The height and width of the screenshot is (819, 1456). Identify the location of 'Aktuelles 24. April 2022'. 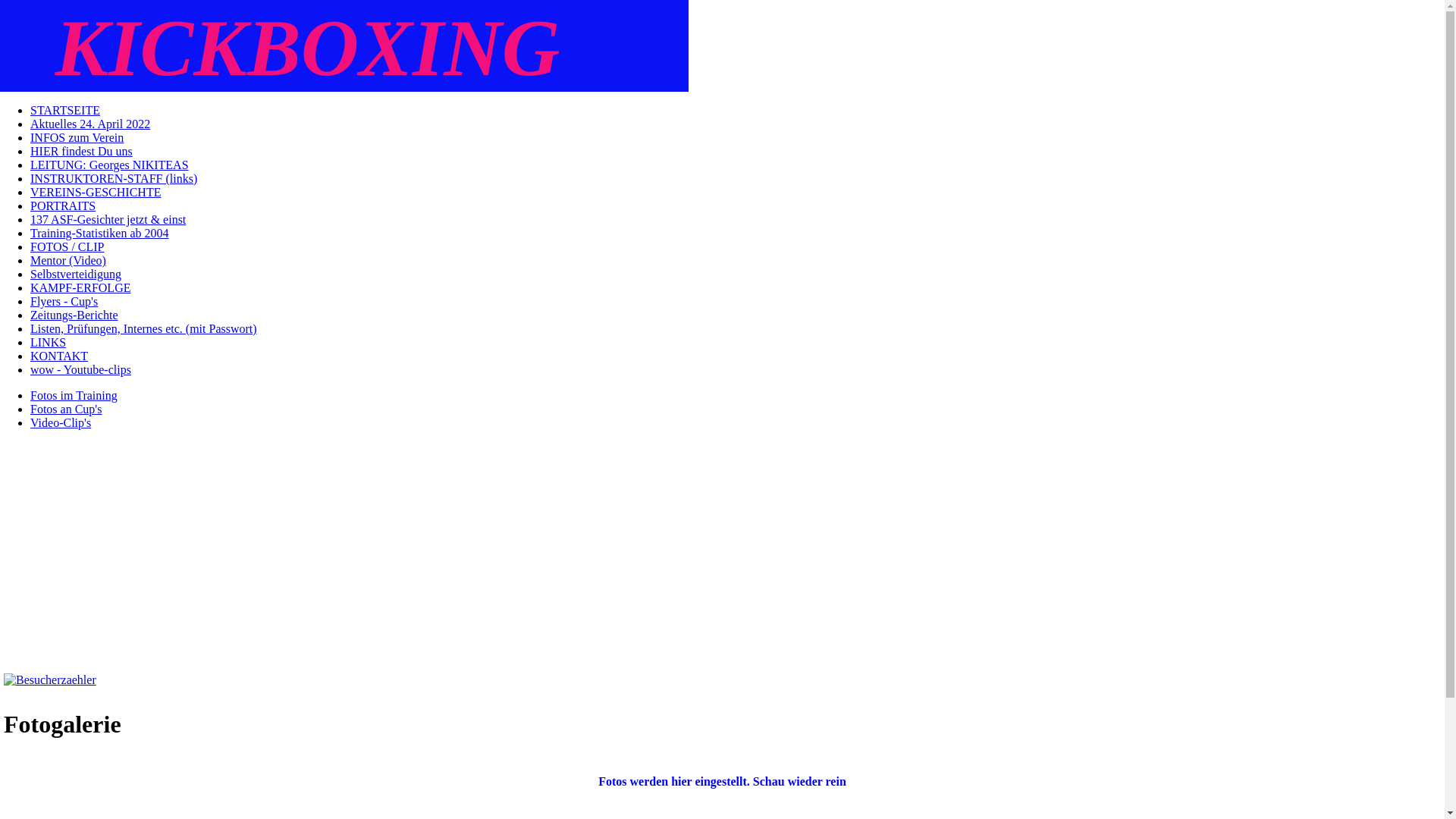
(89, 123).